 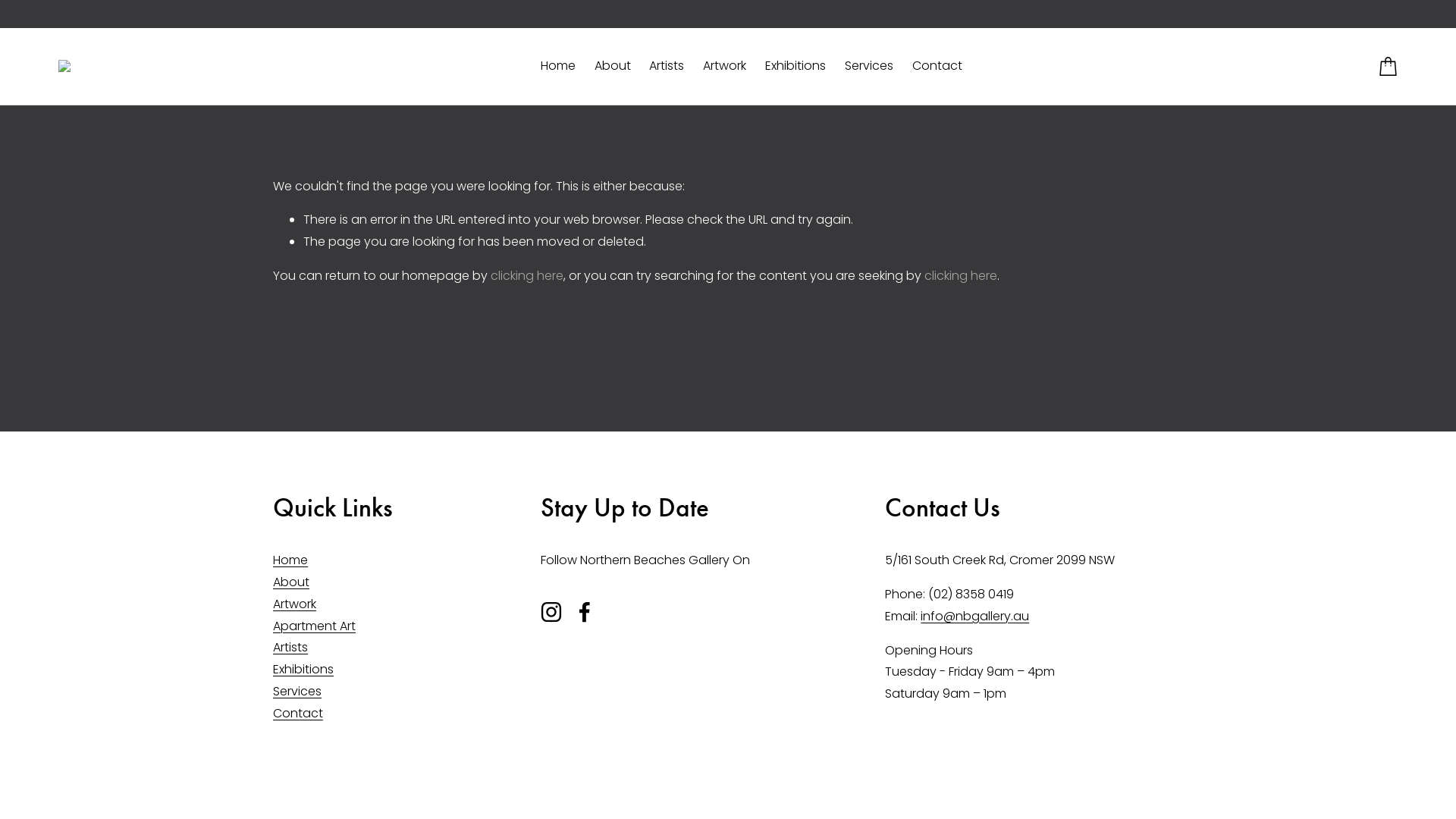 I want to click on 'info@nbgallery.au', so click(x=974, y=617).